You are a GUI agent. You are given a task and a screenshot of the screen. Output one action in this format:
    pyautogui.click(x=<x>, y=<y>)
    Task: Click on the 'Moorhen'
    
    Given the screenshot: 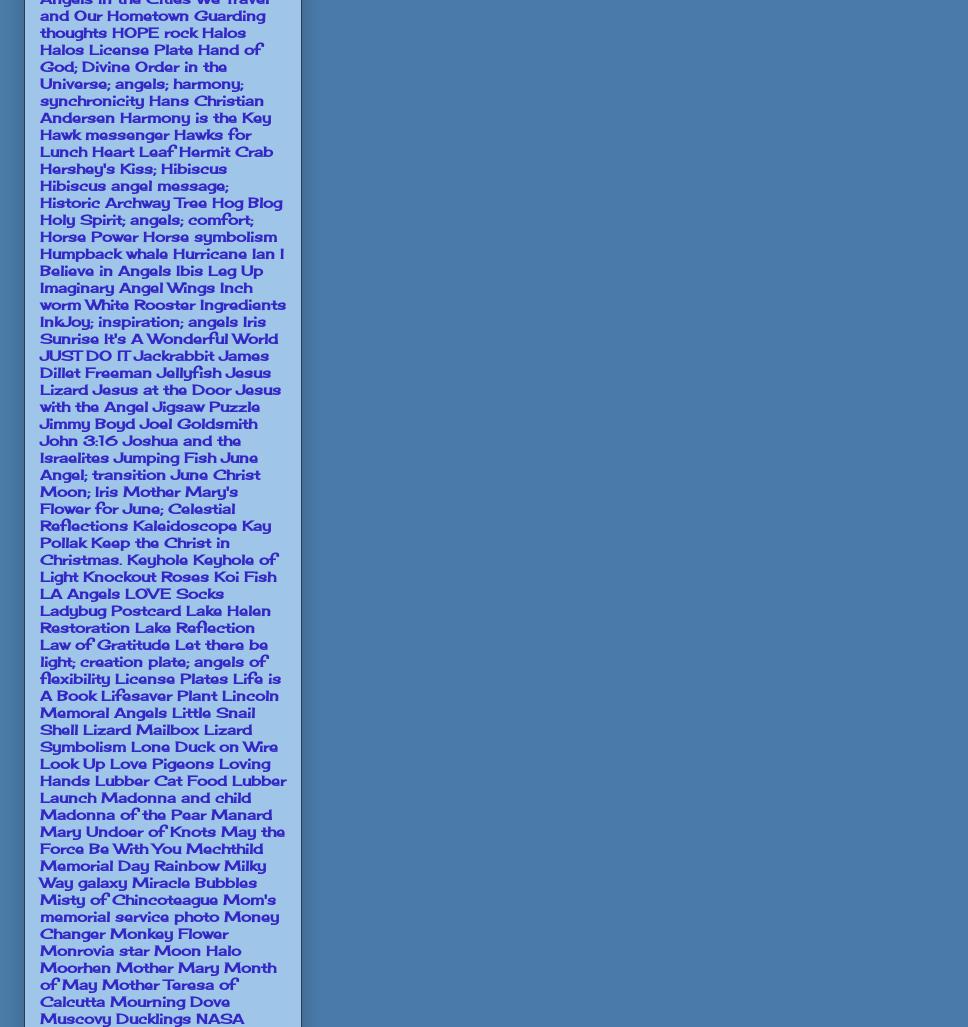 What is the action you would take?
    pyautogui.click(x=74, y=966)
    